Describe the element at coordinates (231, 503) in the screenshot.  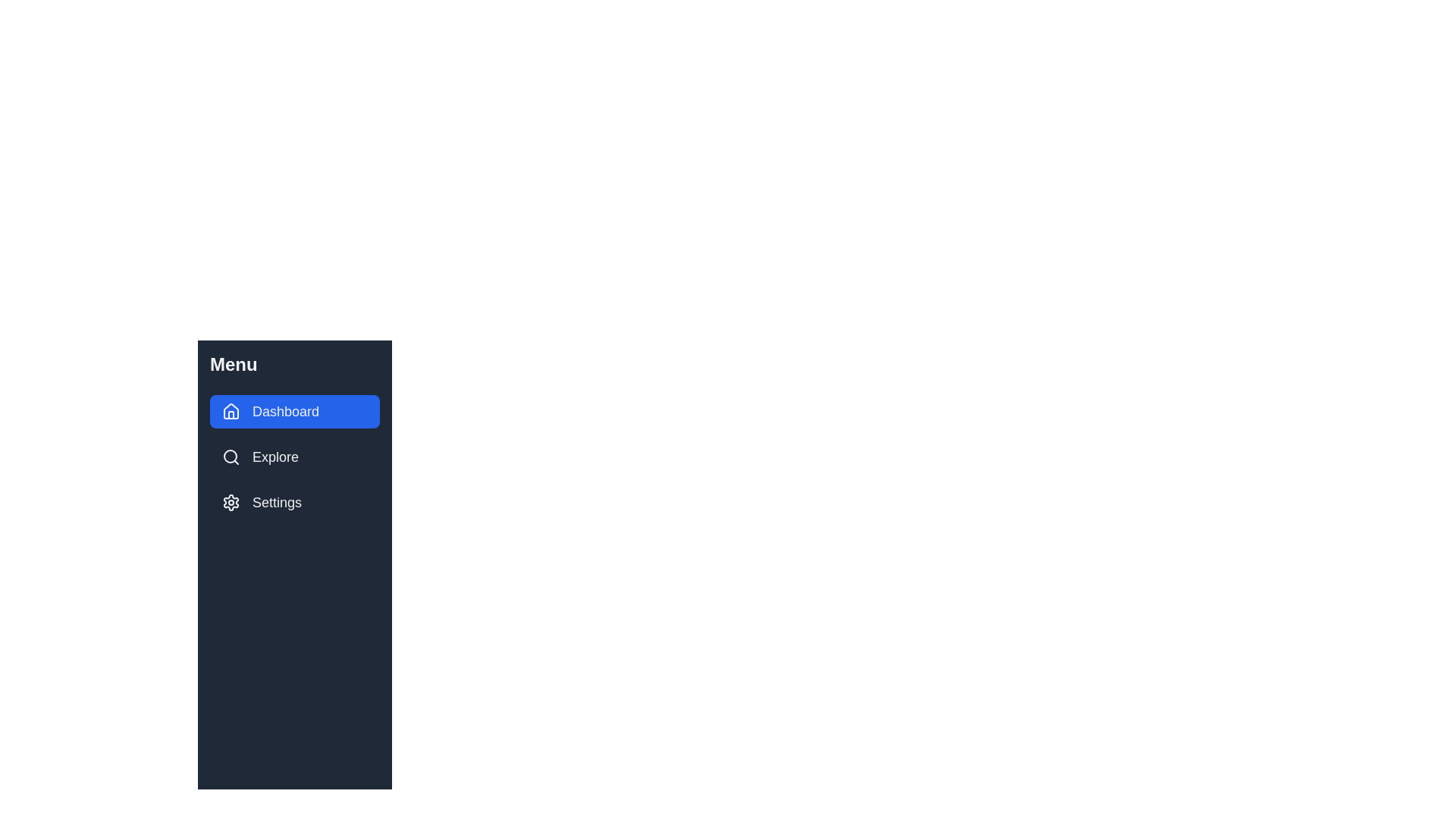
I see `the gear-shaped icon located to the left of the 'Settings' text` at that location.